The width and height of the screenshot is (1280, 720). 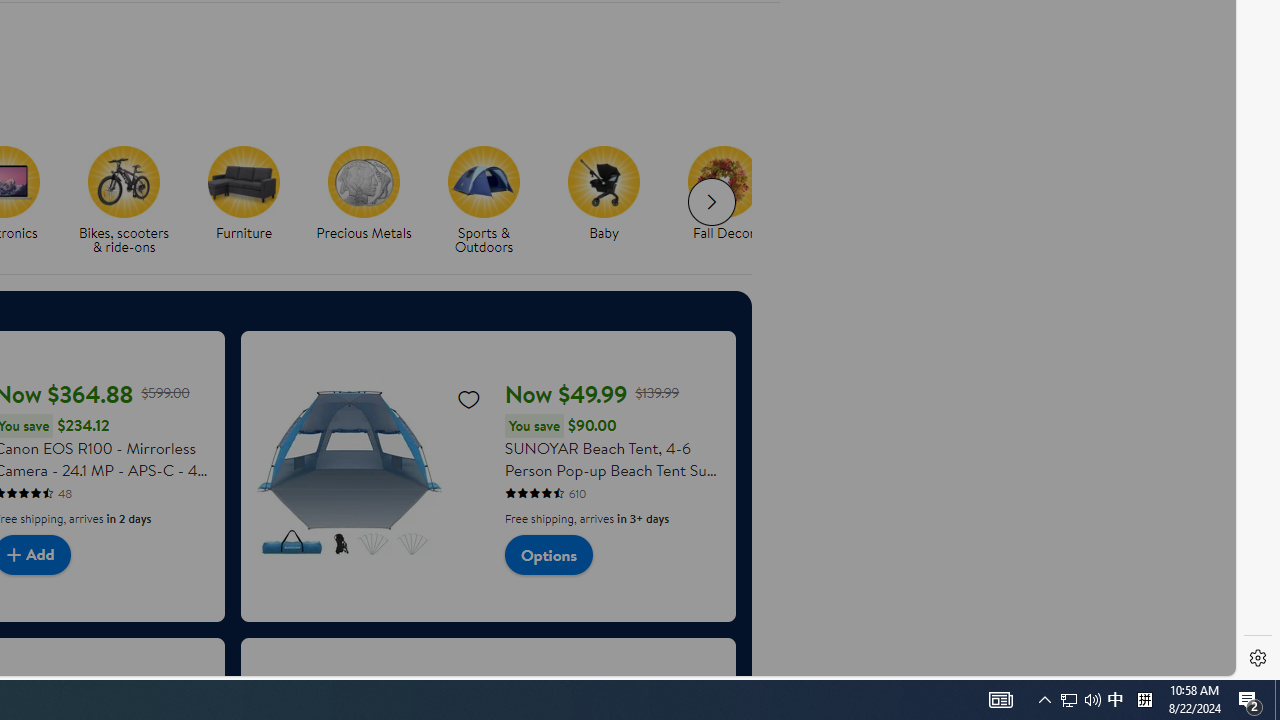 I want to click on 'Precious Metals Precious Metals', so click(x=364, y=194).